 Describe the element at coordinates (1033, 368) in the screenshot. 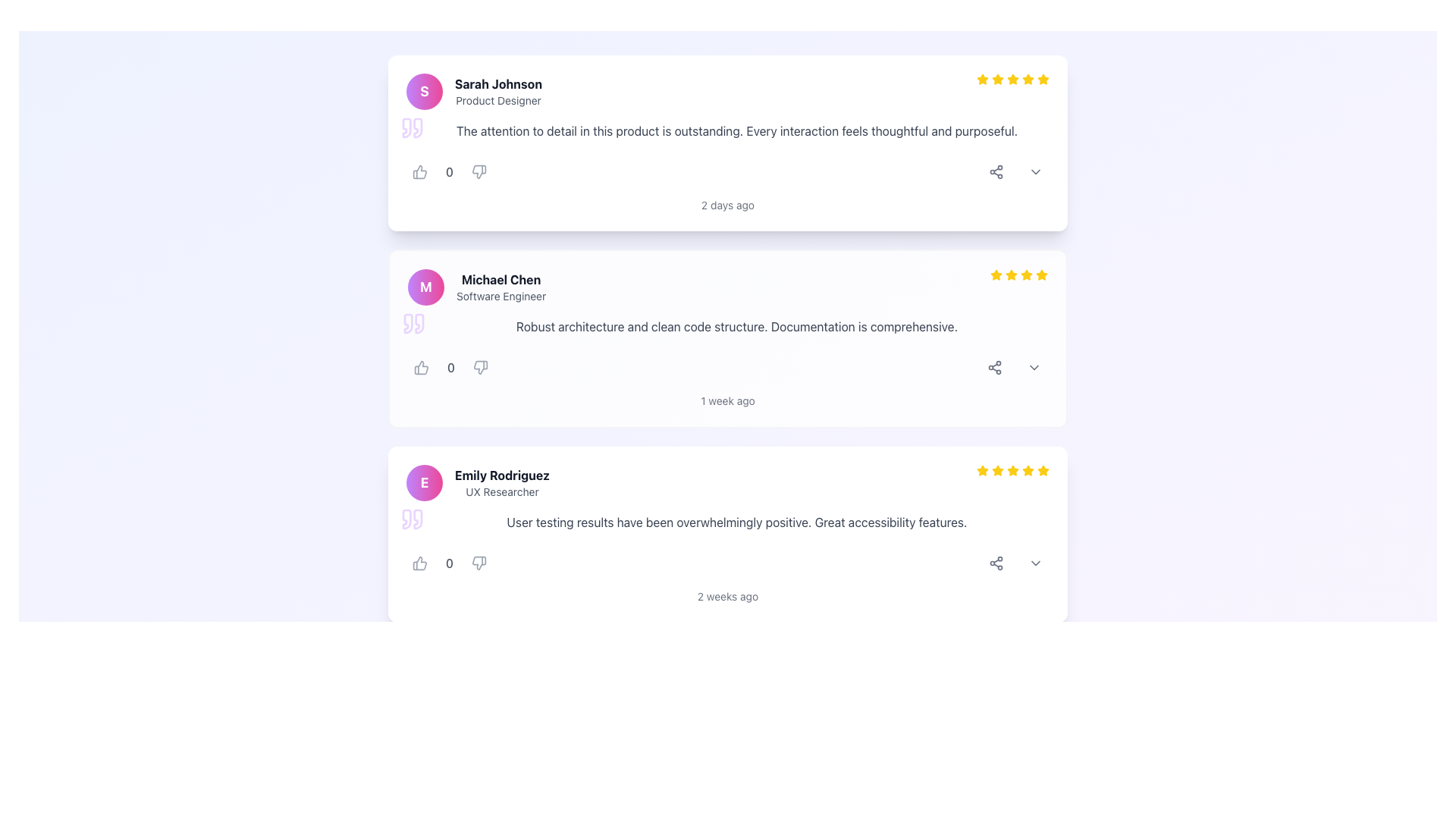

I see `the circular button with a chevron-down arrow icon located in the top-right corner of the comment card` at that location.